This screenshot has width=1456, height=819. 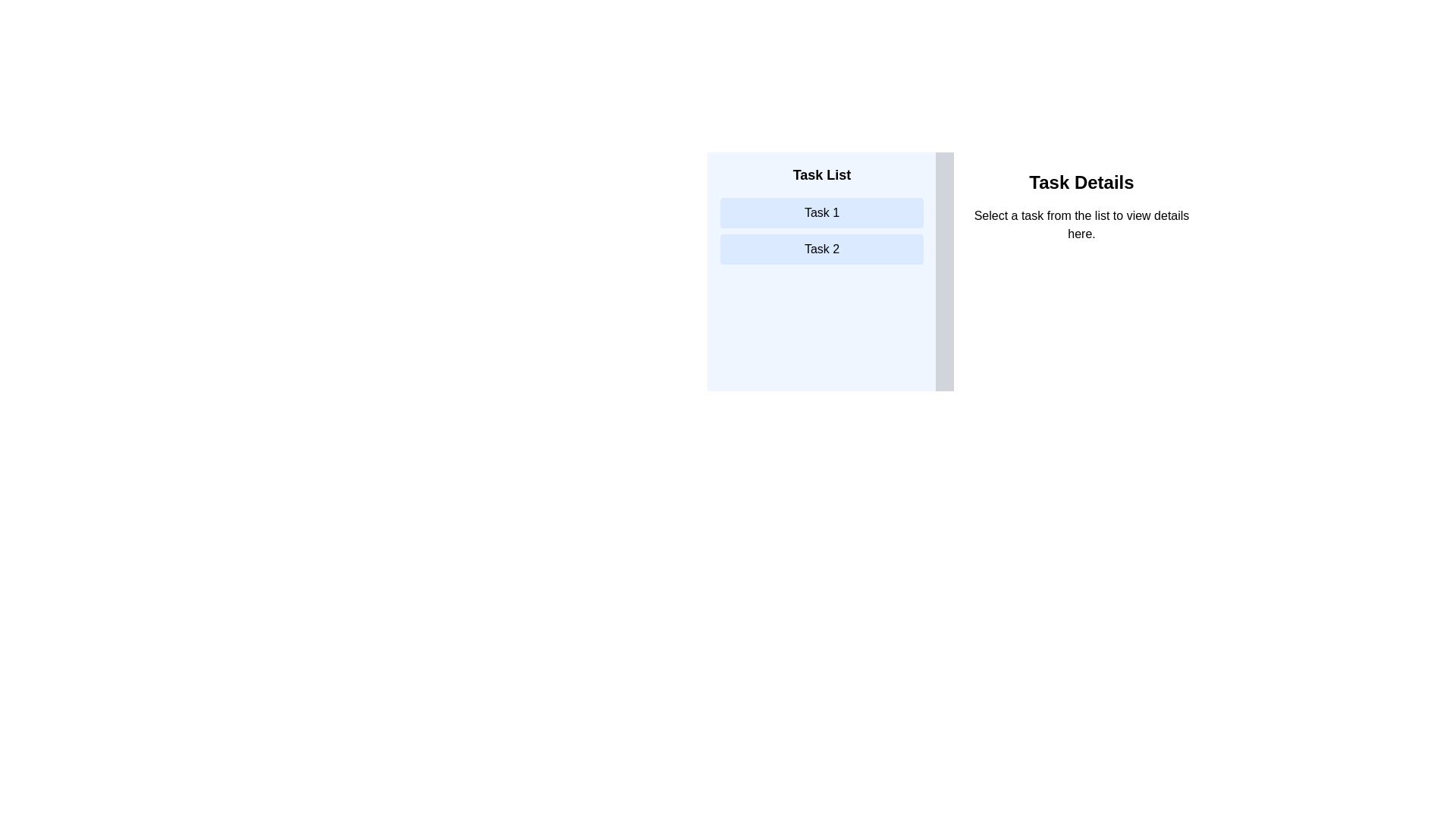 What do you see at coordinates (1081, 225) in the screenshot?
I see `the static instructional text located directly below the 'Task Details' title in the right panel of the interface` at bounding box center [1081, 225].